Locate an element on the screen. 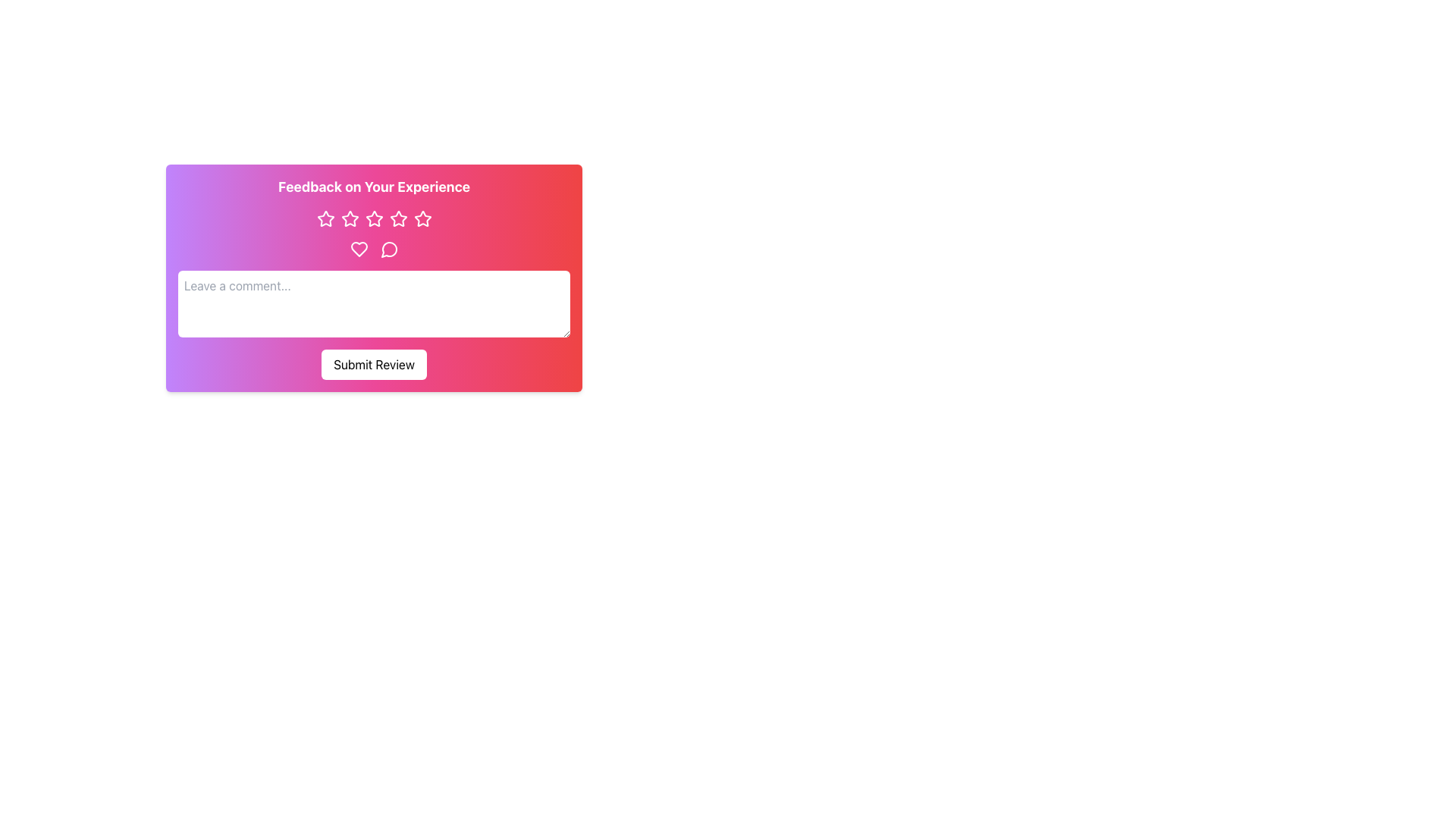 The width and height of the screenshot is (1456, 819). the text input field that has the placeholder 'Leave a comment...' by using keyboard shortcuts for text interactions is located at coordinates (374, 278).